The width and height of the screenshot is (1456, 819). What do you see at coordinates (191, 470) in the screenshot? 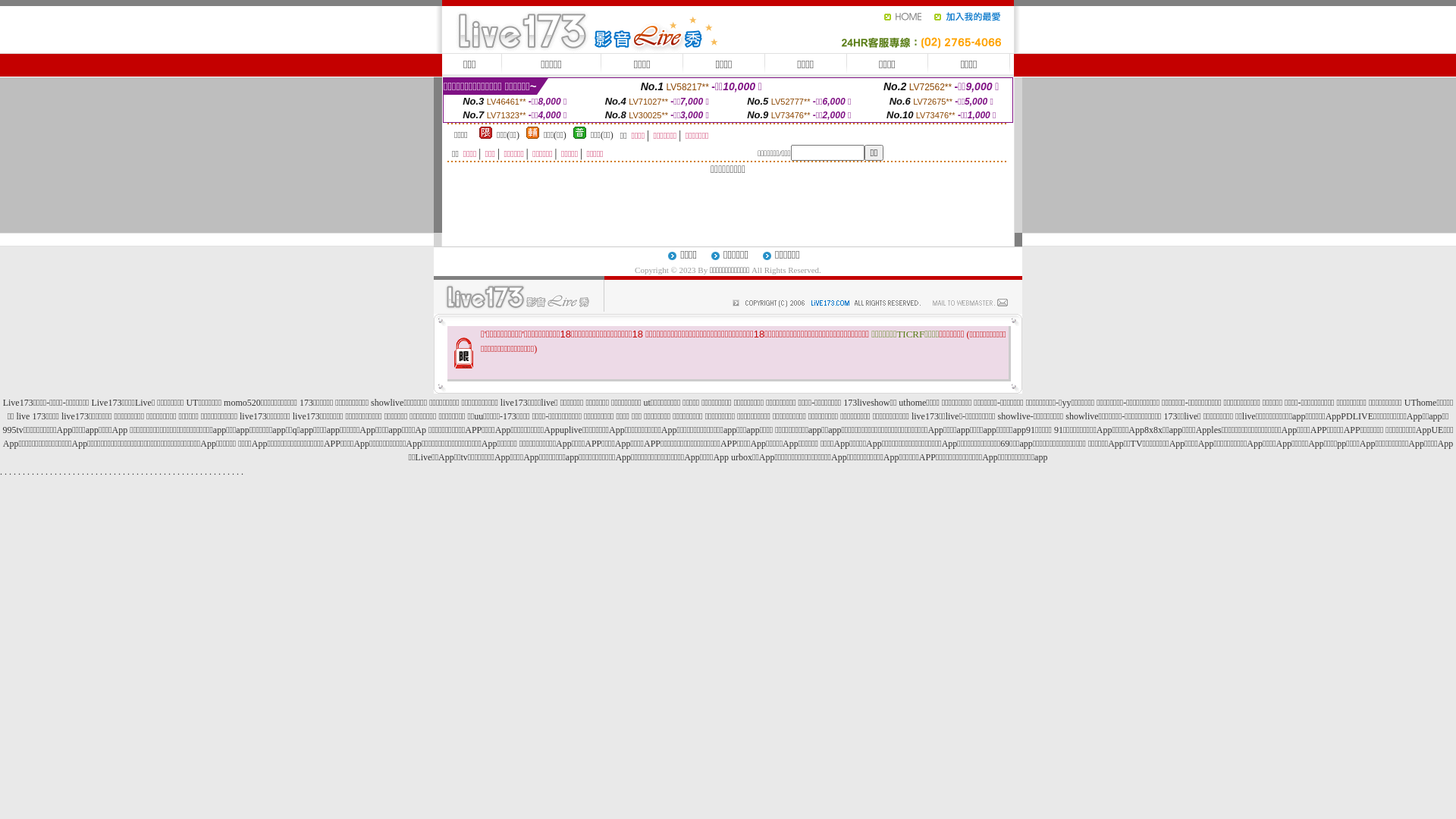
I see `'.'` at bounding box center [191, 470].